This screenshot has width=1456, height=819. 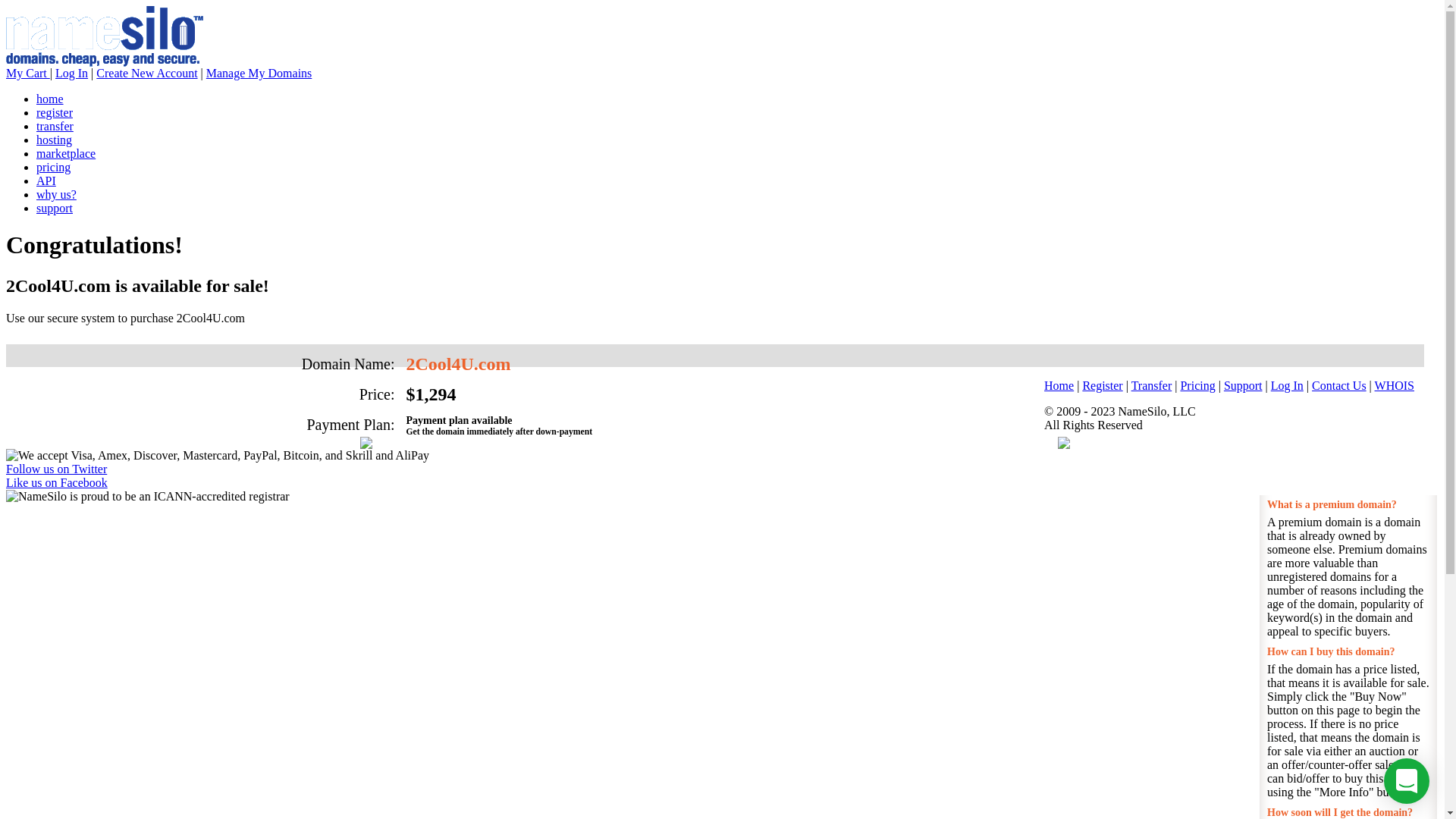 What do you see at coordinates (56, 468) in the screenshot?
I see `'Follow us on Twitter'` at bounding box center [56, 468].